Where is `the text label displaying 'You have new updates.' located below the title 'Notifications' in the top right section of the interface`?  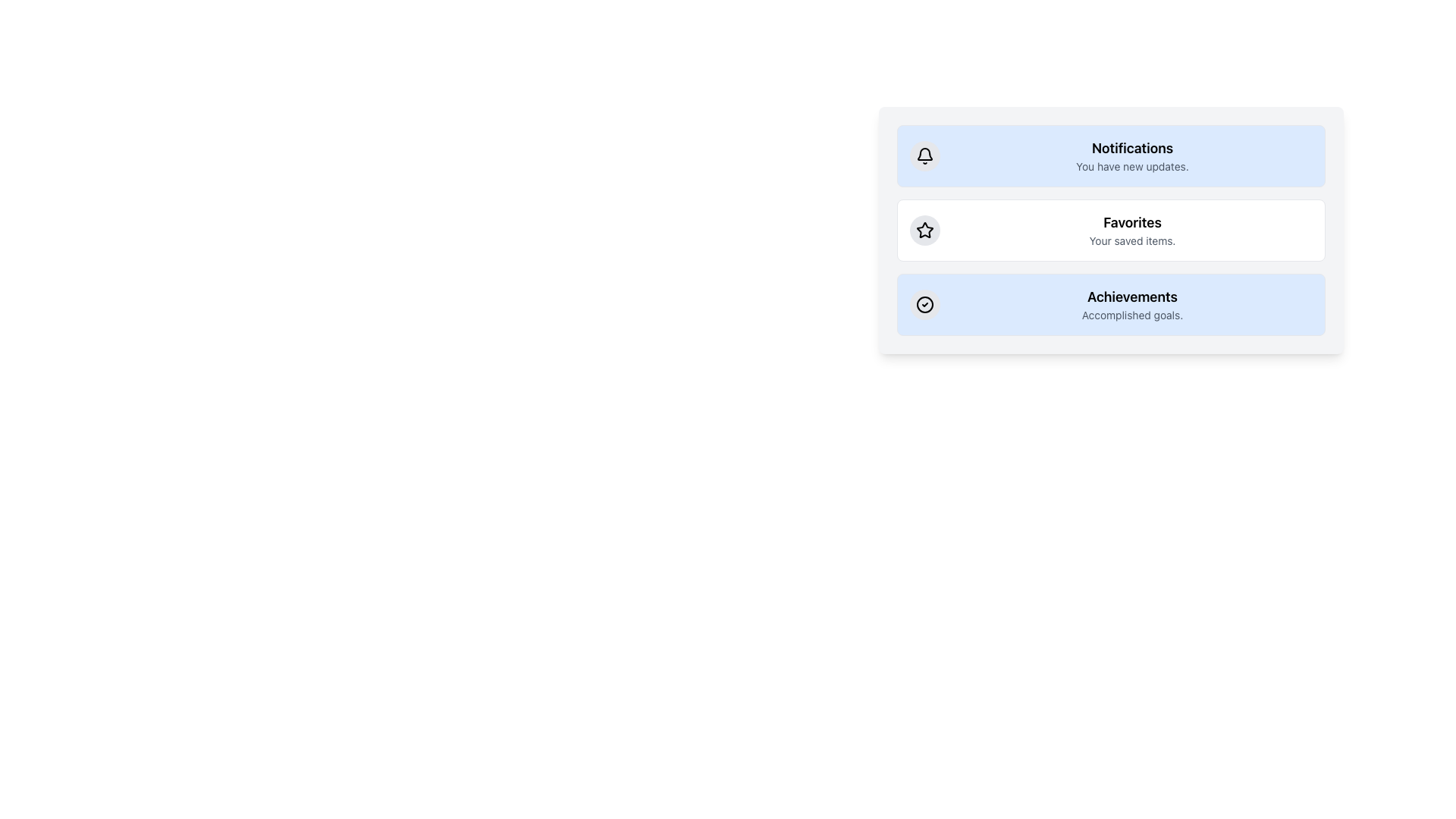
the text label displaying 'You have new updates.' located below the title 'Notifications' in the top right section of the interface is located at coordinates (1132, 166).